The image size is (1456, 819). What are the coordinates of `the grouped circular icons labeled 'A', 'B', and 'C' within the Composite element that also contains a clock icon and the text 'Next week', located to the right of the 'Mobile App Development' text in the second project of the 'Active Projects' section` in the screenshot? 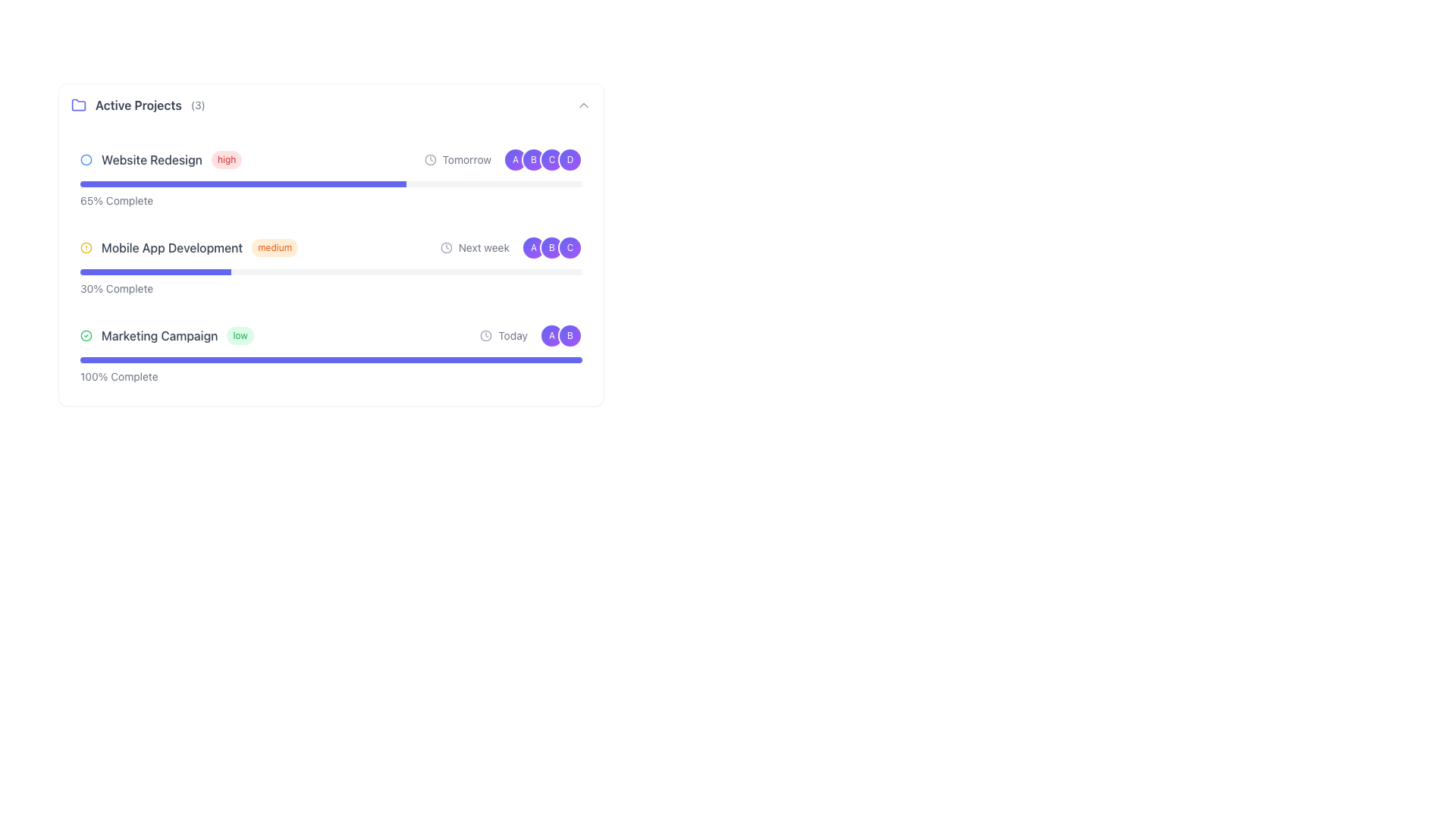 It's located at (510, 247).